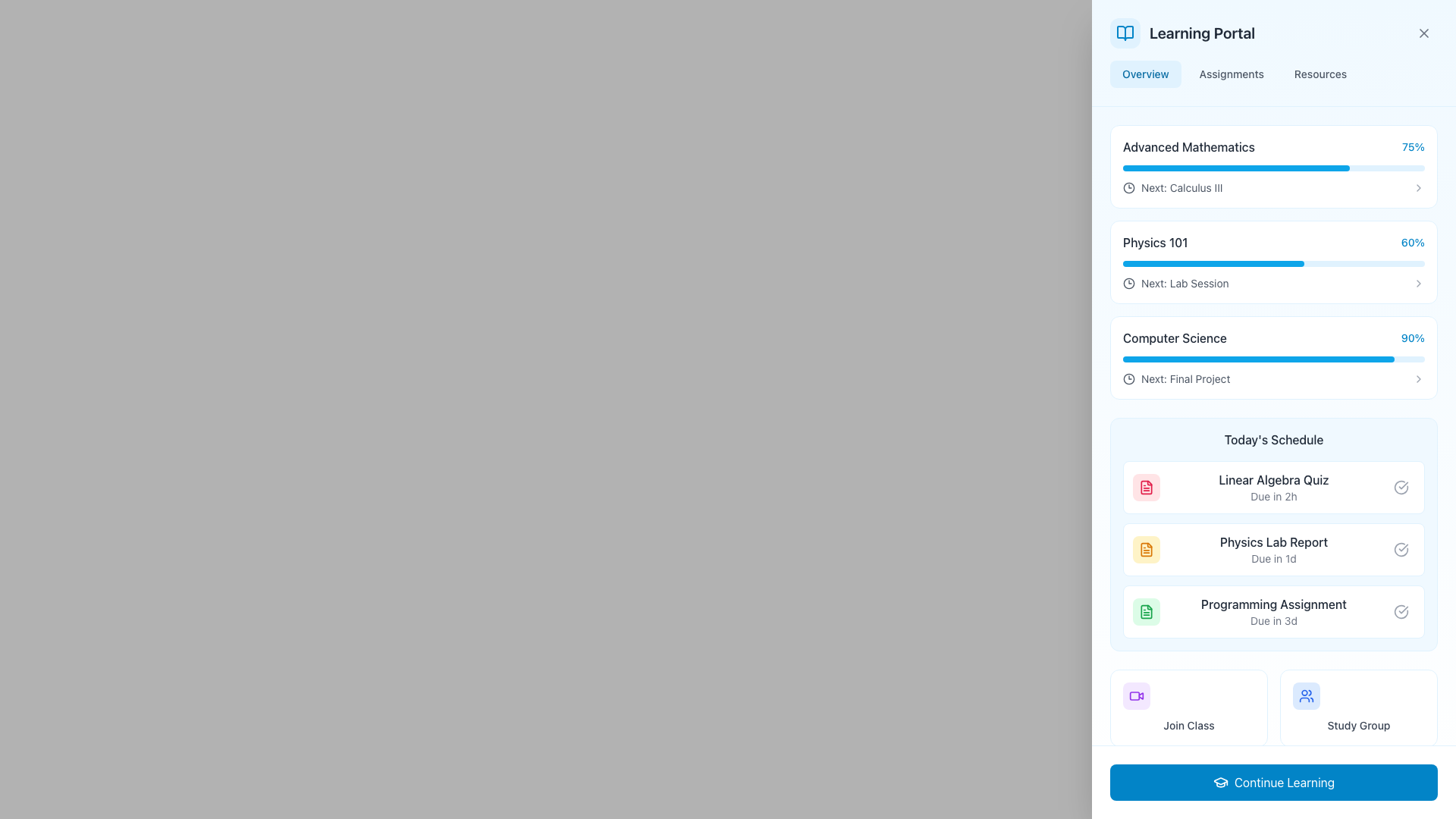 This screenshot has height=819, width=1456. I want to click on the logo or emblem located in the top-left corner next to the 'Learning Portal' title, so click(1125, 33).